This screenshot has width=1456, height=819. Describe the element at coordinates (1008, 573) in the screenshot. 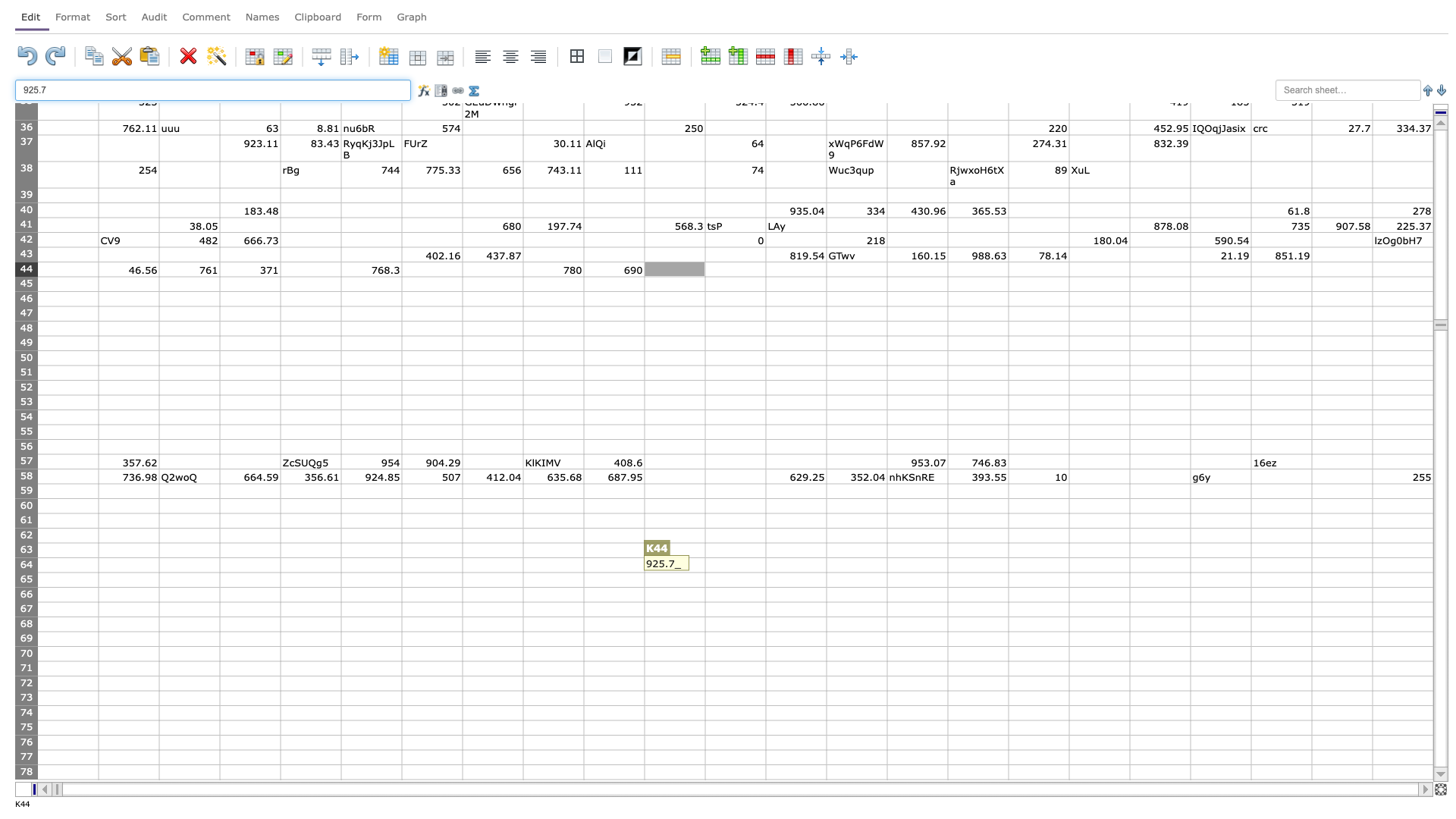

I see `Fill handle of cell P-64` at that location.